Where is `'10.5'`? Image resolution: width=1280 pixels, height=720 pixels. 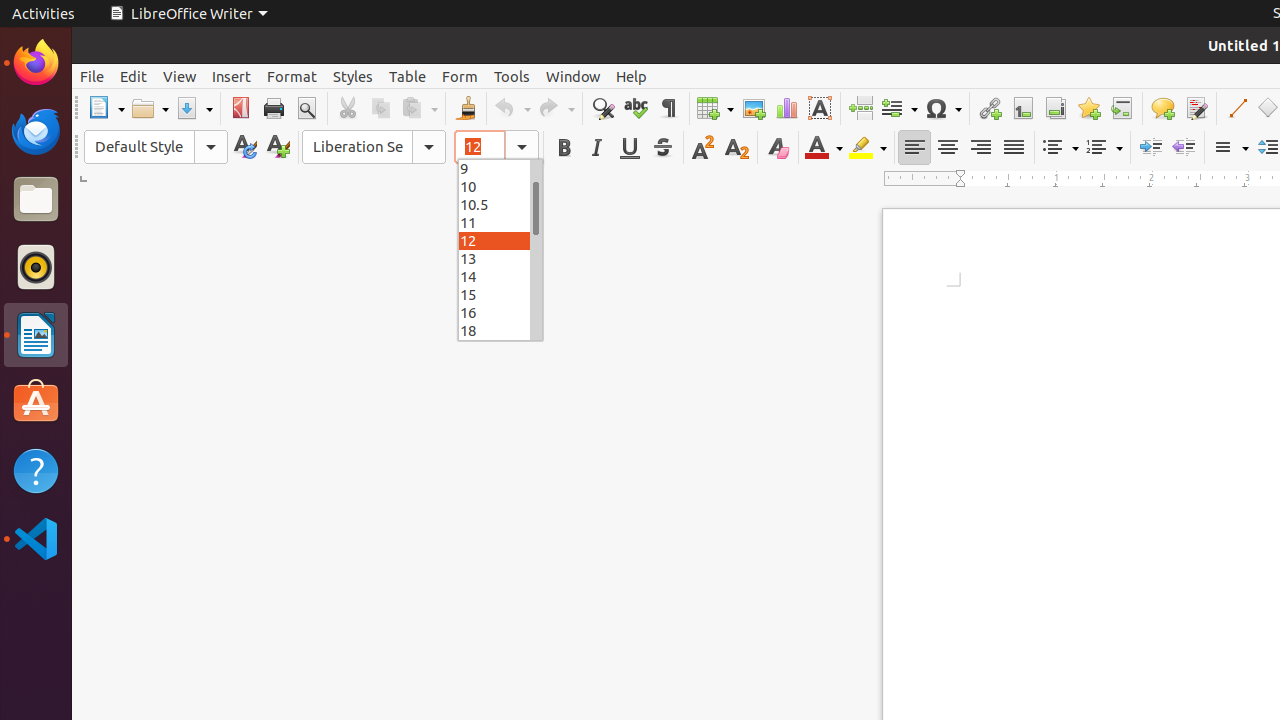 '10.5' is located at coordinates (500, 203).